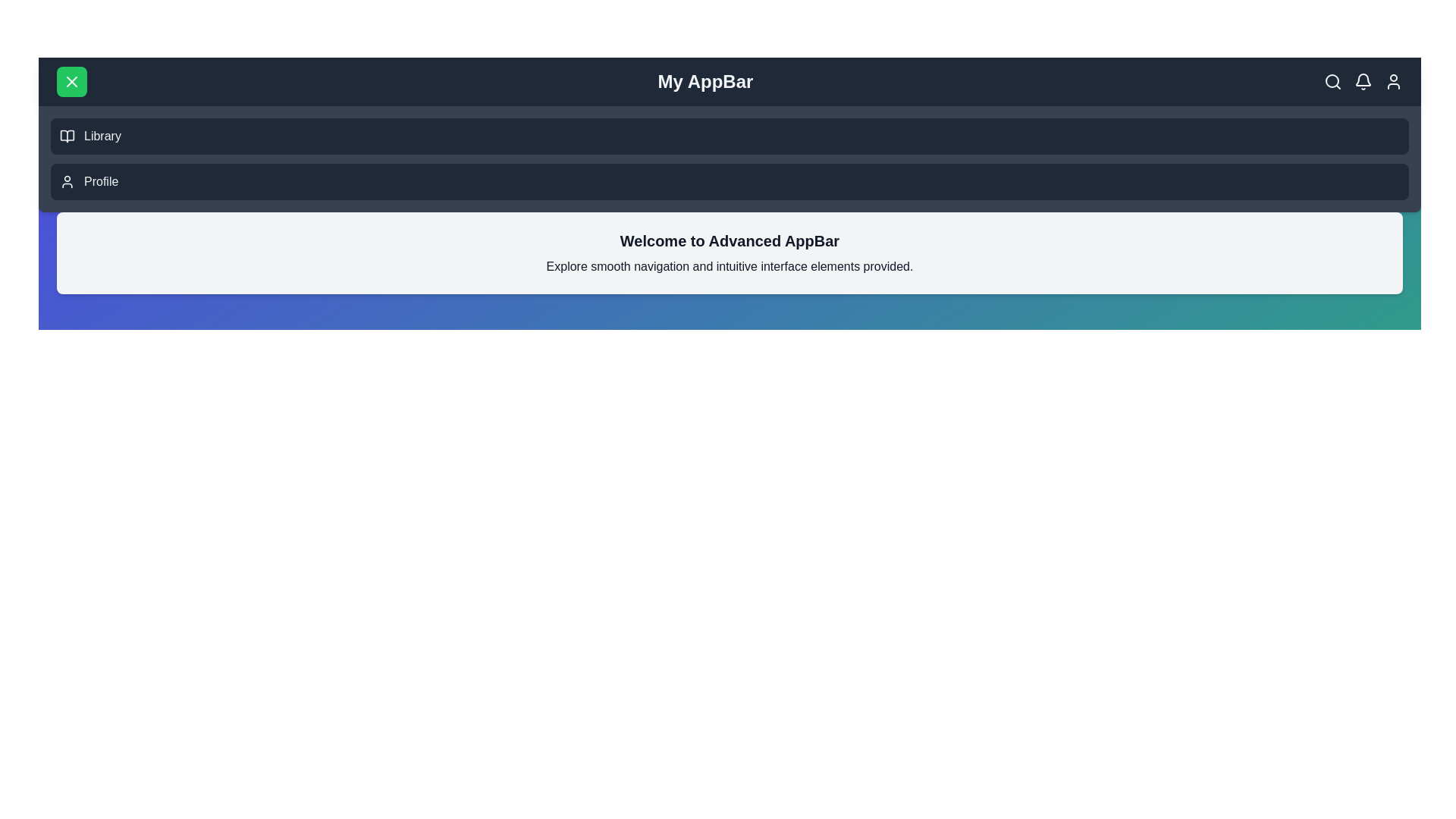 The width and height of the screenshot is (1456, 819). I want to click on the AppBar title labeled 'My AppBar', so click(704, 82).